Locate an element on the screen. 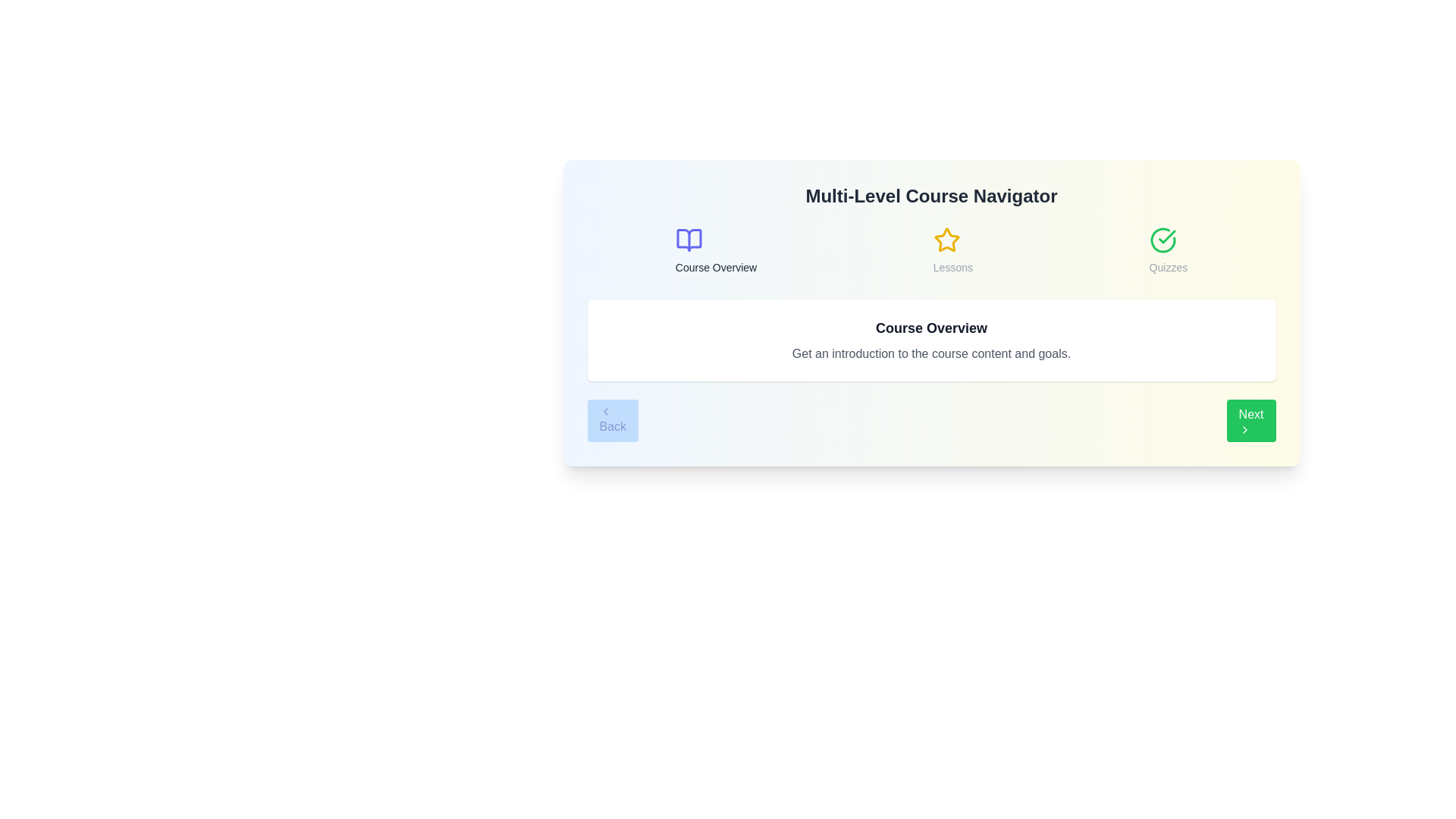  the course icon for Quizzes is located at coordinates (1162, 239).